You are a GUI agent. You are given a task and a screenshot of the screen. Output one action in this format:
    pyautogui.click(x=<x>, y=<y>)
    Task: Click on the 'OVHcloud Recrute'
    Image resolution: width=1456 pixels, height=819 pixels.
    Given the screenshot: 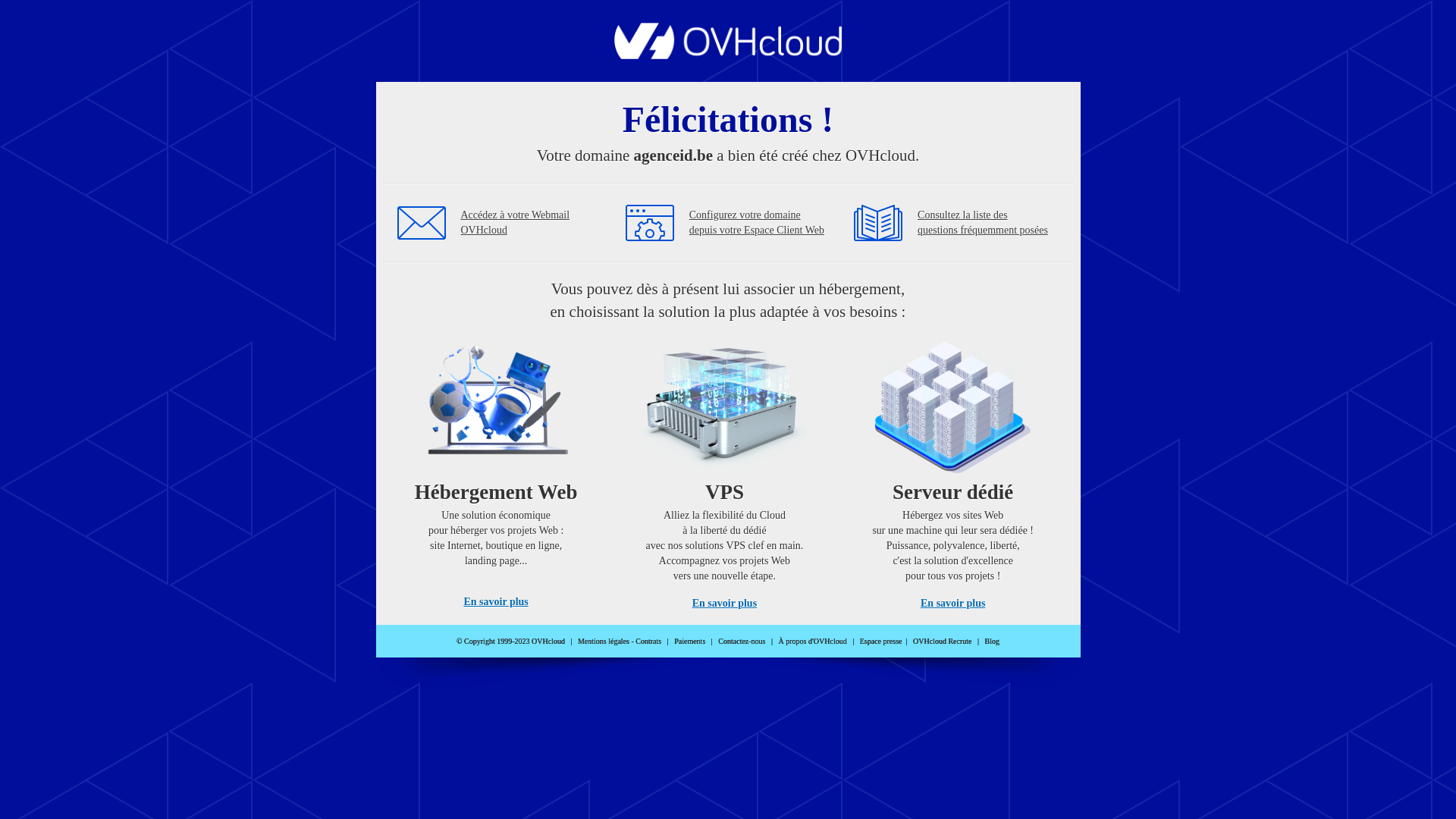 What is the action you would take?
    pyautogui.click(x=941, y=641)
    